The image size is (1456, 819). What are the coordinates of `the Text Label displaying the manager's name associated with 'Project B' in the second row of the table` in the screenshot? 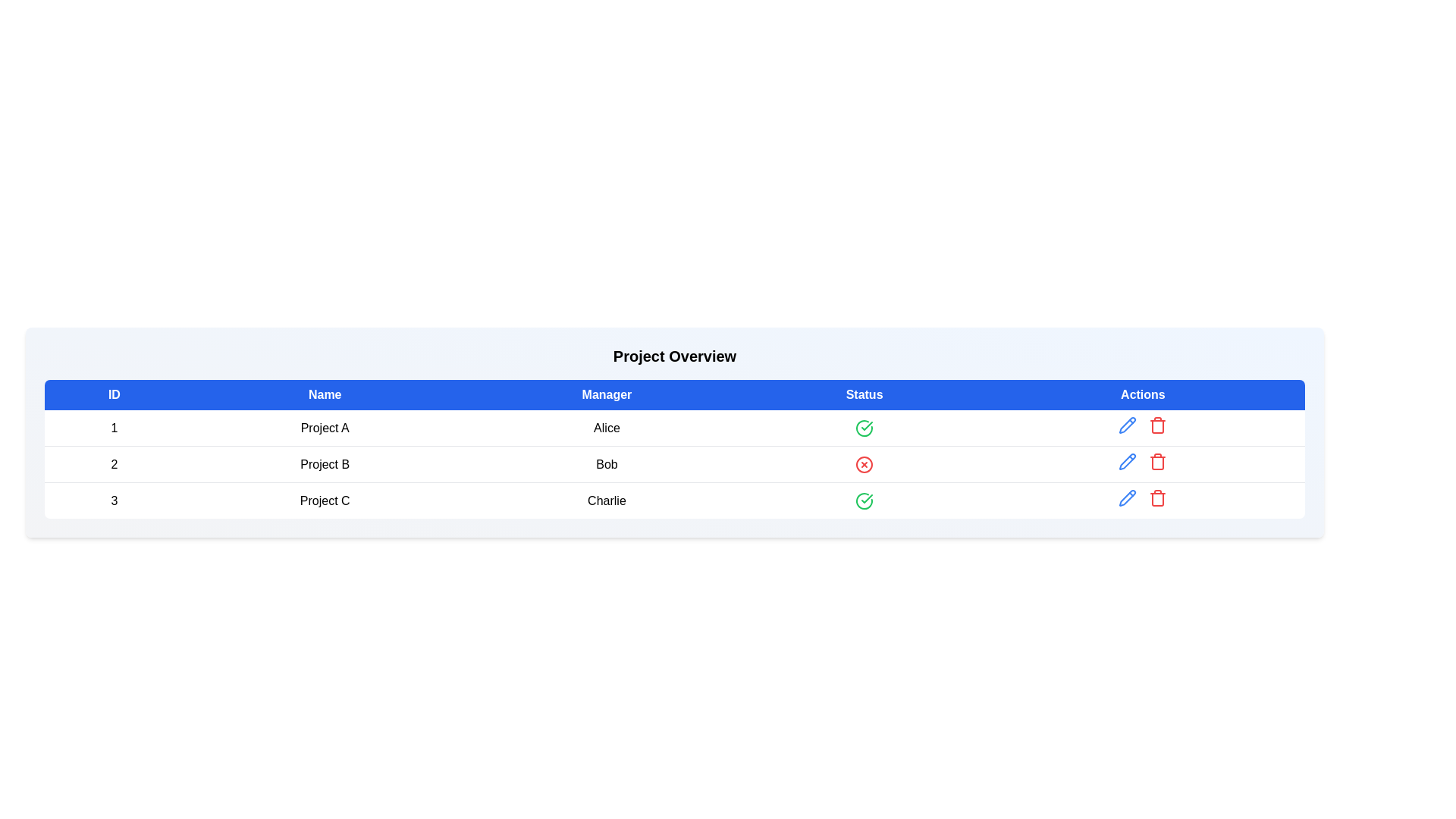 It's located at (607, 463).